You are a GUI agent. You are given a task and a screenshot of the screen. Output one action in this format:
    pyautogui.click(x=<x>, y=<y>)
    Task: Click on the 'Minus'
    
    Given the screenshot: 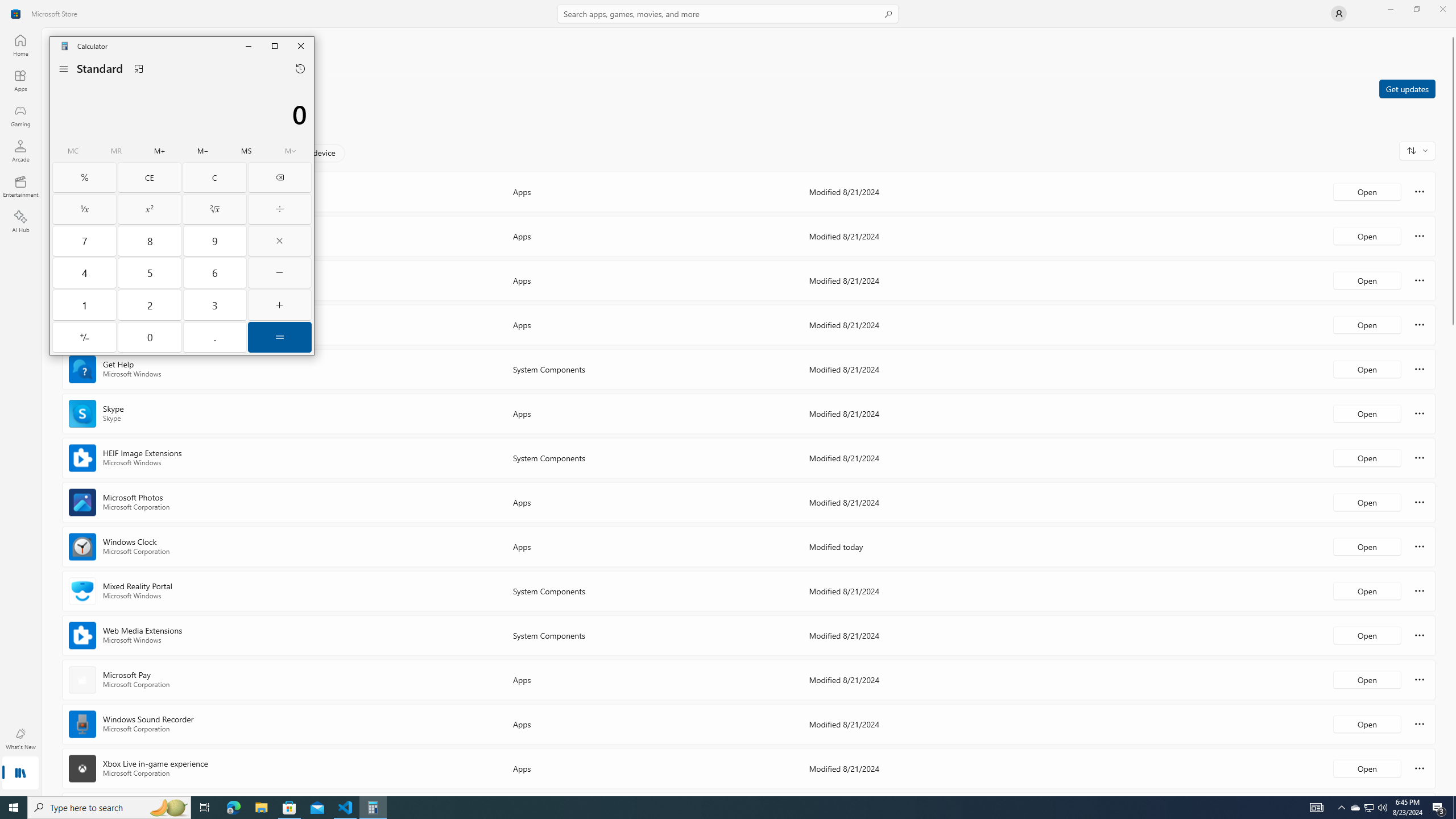 What is the action you would take?
    pyautogui.click(x=279, y=272)
    